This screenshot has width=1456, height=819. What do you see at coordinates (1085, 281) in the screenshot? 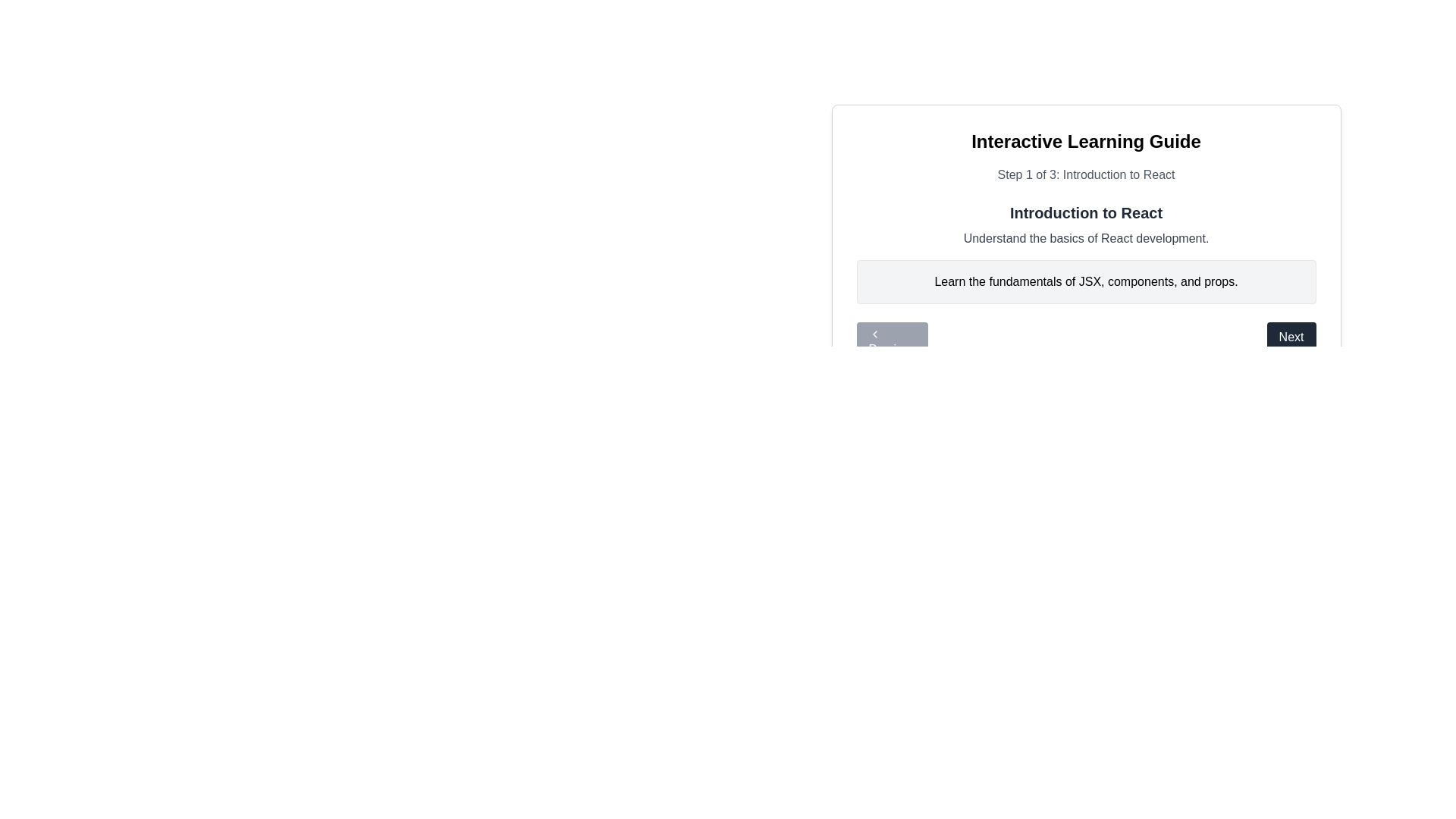
I see `the text block with a light gray background that contains the text 'Learn the fundamentals of JSX, components, and props.' located in the bottom section of the 'Introduction to React' block` at bounding box center [1085, 281].